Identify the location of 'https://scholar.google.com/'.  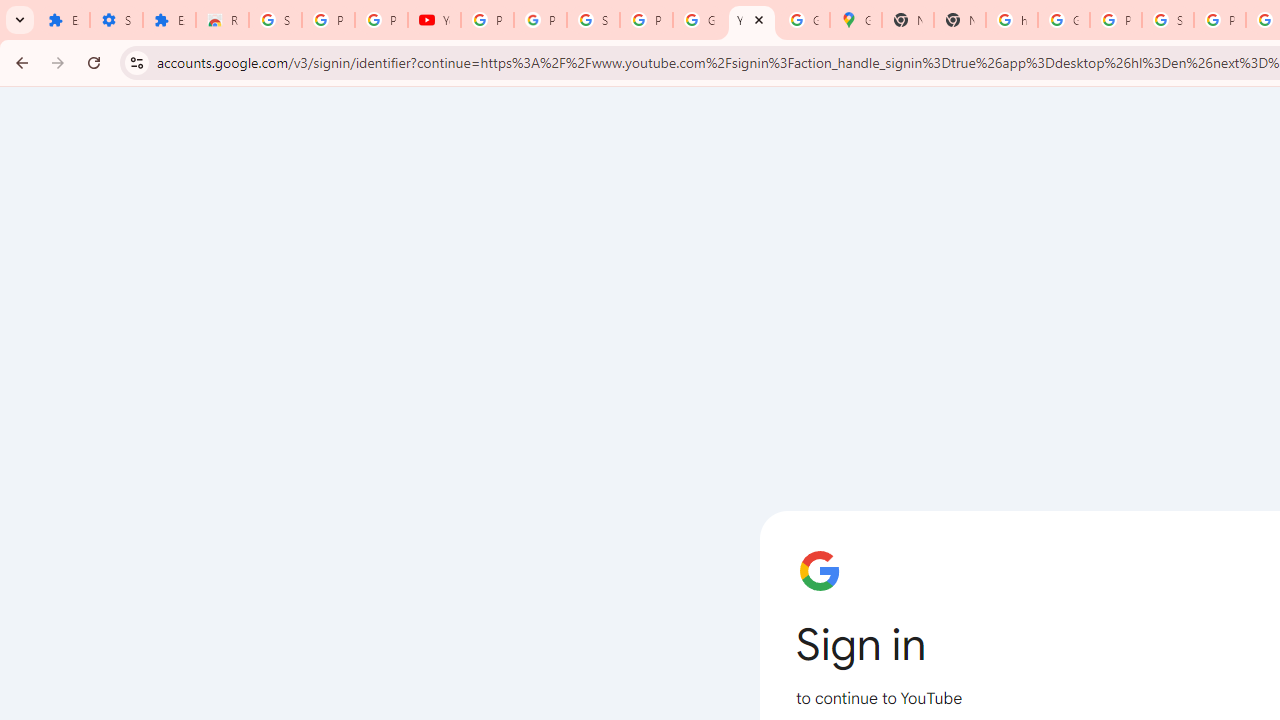
(1011, 20).